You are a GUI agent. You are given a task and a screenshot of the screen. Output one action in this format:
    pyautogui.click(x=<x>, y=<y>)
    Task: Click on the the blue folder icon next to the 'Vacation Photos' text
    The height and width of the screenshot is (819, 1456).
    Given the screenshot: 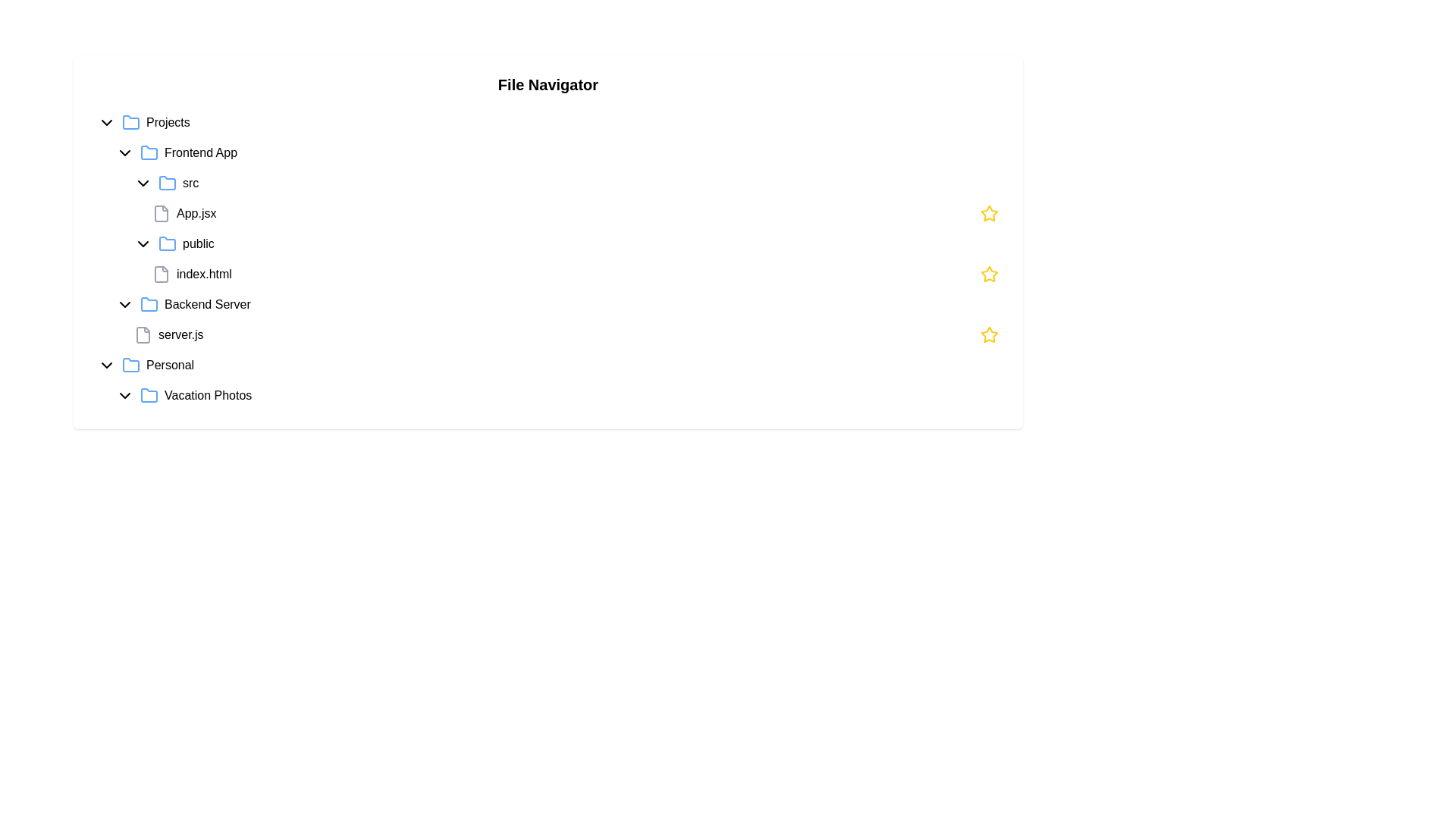 What is the action you would take?
    pyautogui.click(x=149, y=394)
    